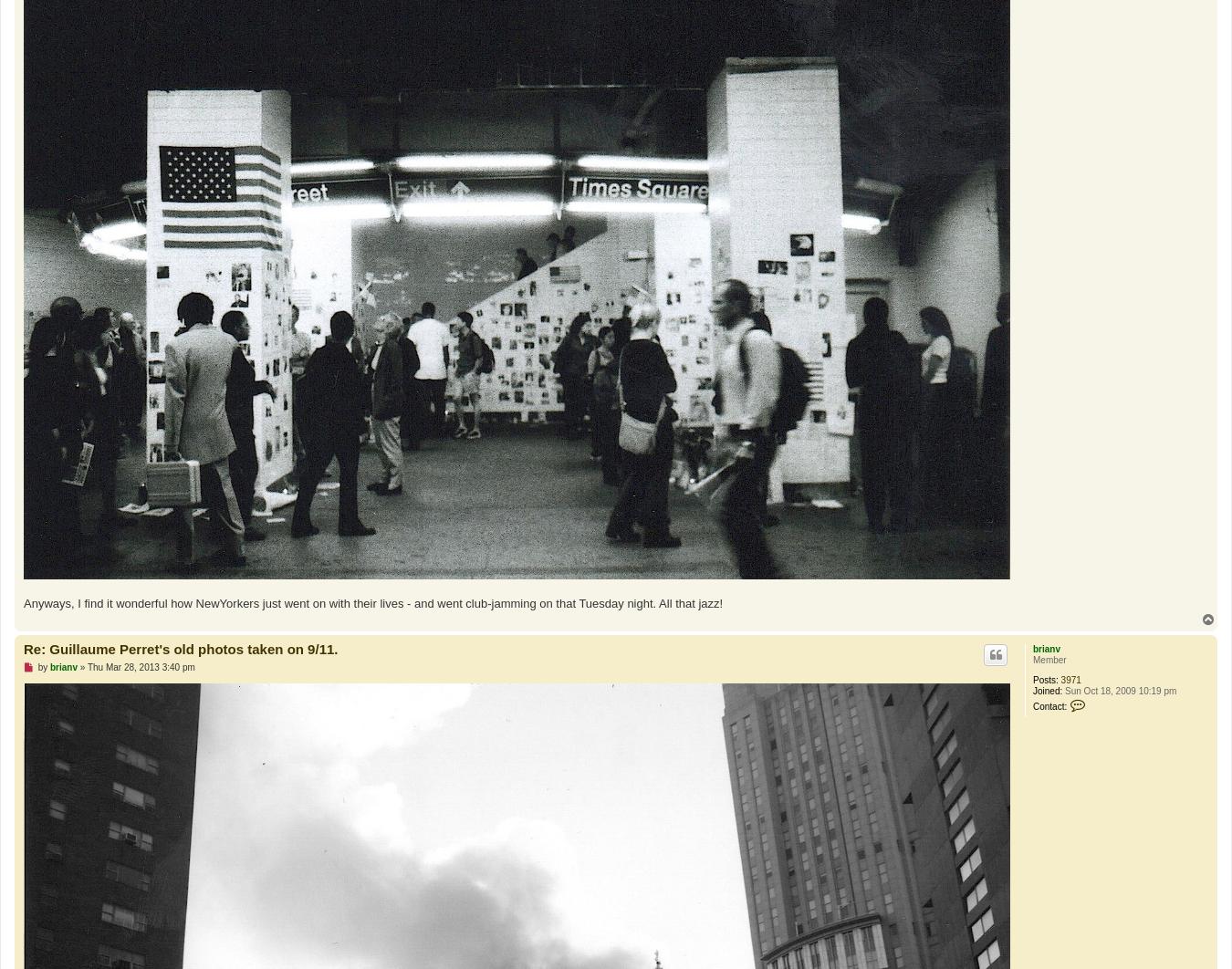 Image resolution: width=1232 pixels, height=969 pixels. Describe the element at coordinates (1070, 680) in the screenshot. I see `'3971'` at that location.